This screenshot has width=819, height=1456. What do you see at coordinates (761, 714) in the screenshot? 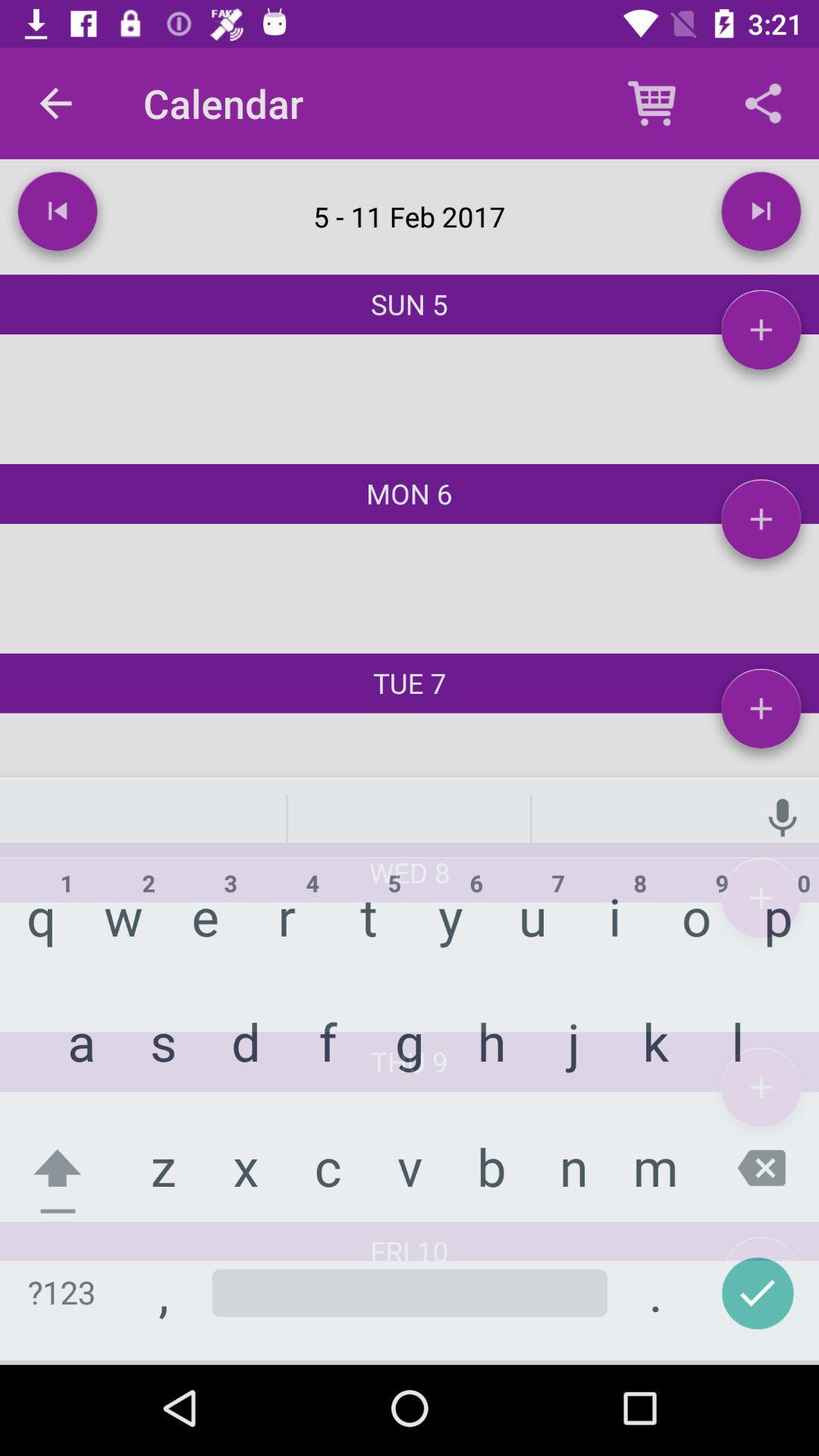
I see `the add icon` at bounding box center [761, 714].